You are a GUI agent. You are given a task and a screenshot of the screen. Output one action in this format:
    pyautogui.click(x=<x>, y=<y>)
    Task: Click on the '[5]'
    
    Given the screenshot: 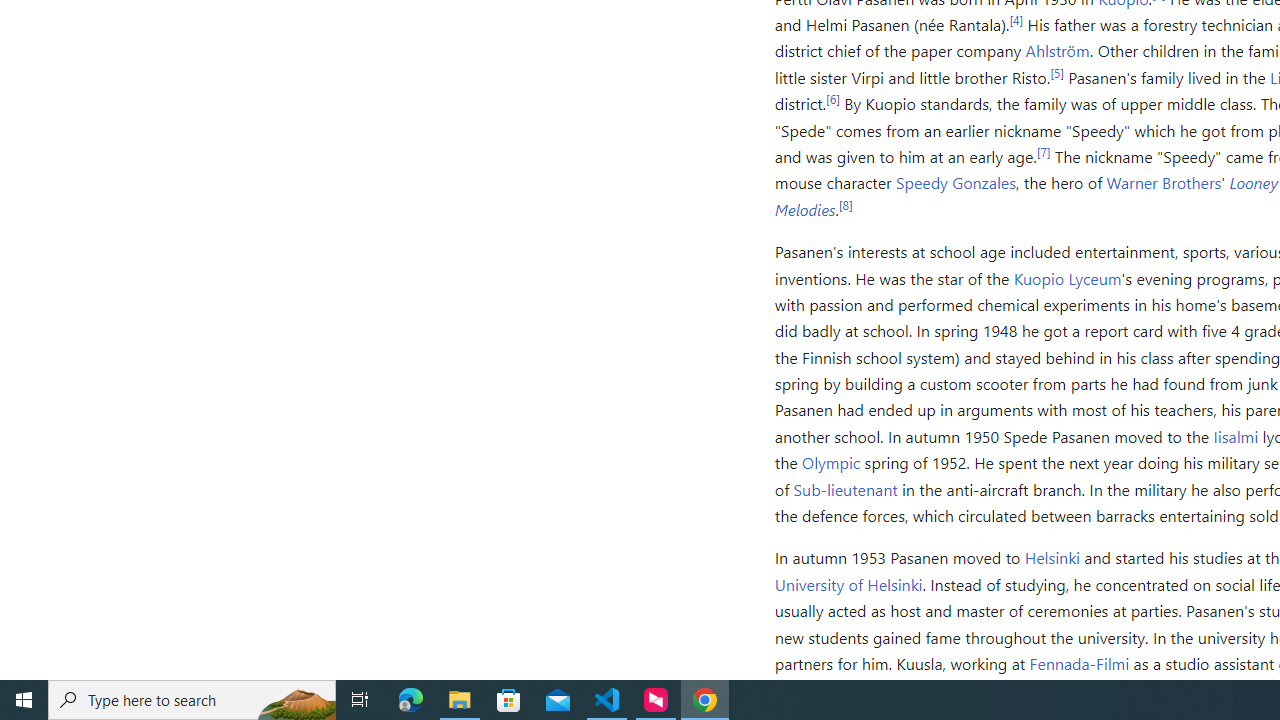 What is the action you would take?
    pyautogui.click(x=1055, y=71)
    